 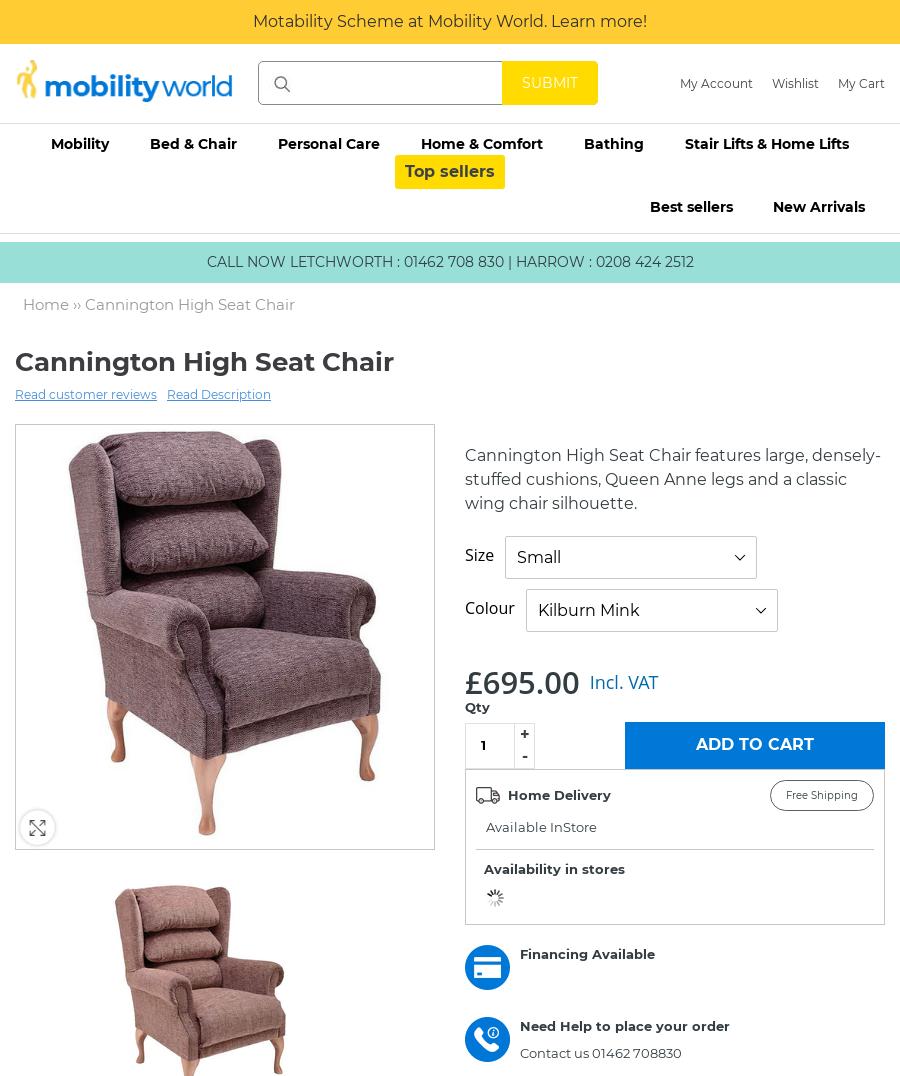 I want to click on 'Read customer reviews', so click(x=85, y=393).